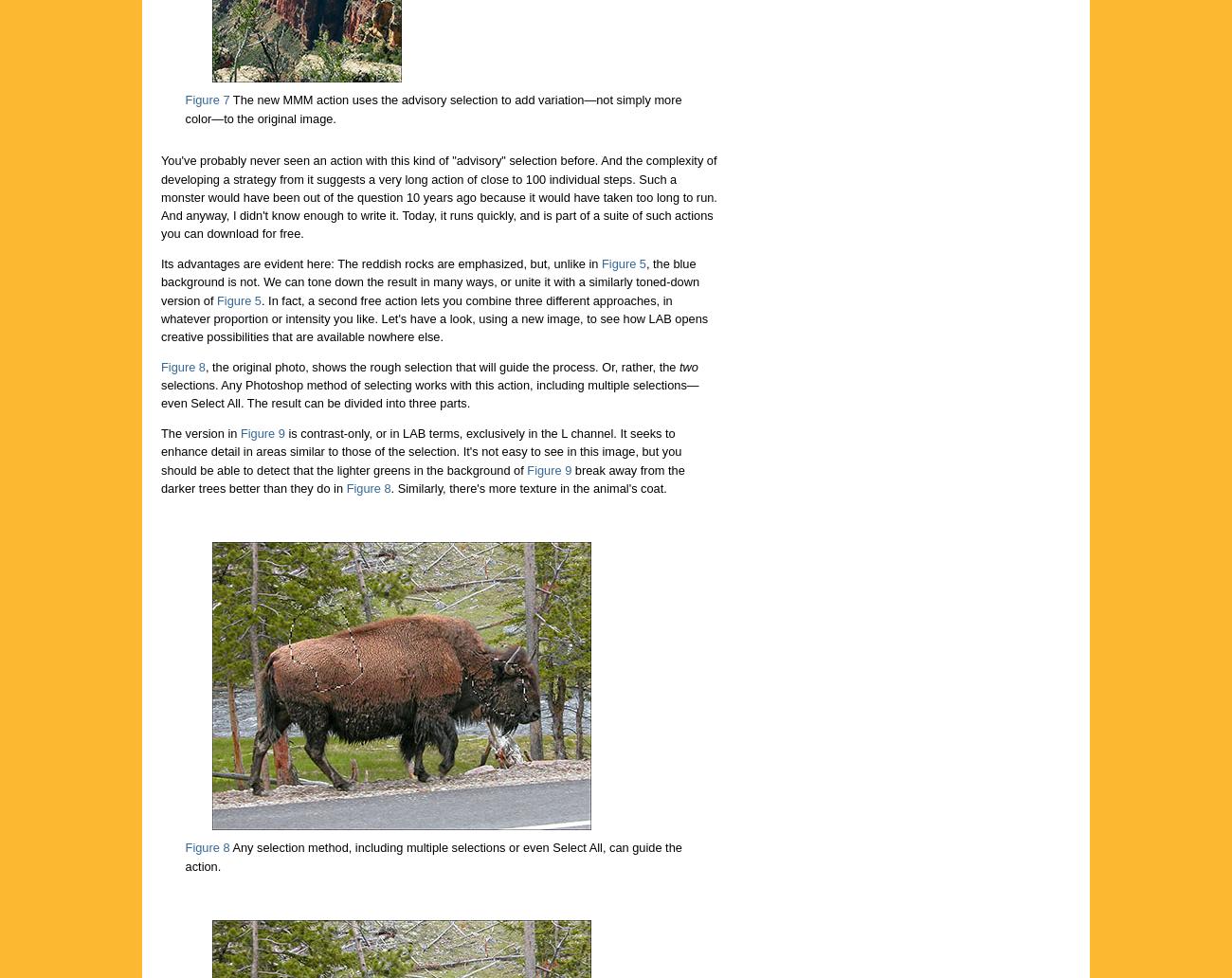 This screenshot has width=1232, height=978. Describe the element at coordinates (420, 450) in the screenshot. I see `'is contrast-only, or in LAB terms, exclusively in the L channel. It seeks to enhance detail in areas similar to those of the selection. It's not easy to see in this image, but you should be able to detect that the lighter greens in the background of'` at that location.